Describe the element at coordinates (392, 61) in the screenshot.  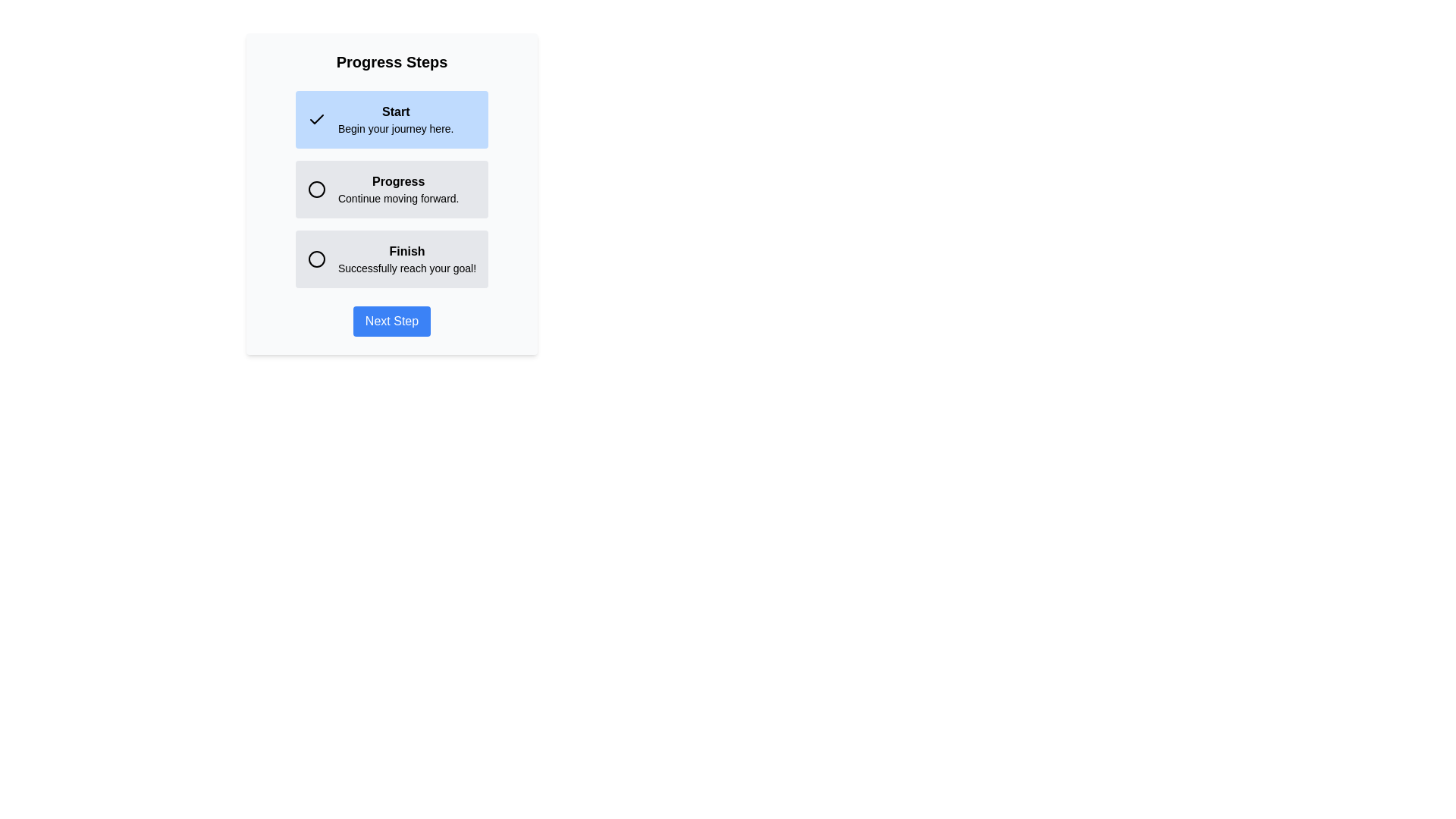
I see `text label that displays the title 'Progress Steps', which serves as a descriptive heading for the progress tracking section` at that location.